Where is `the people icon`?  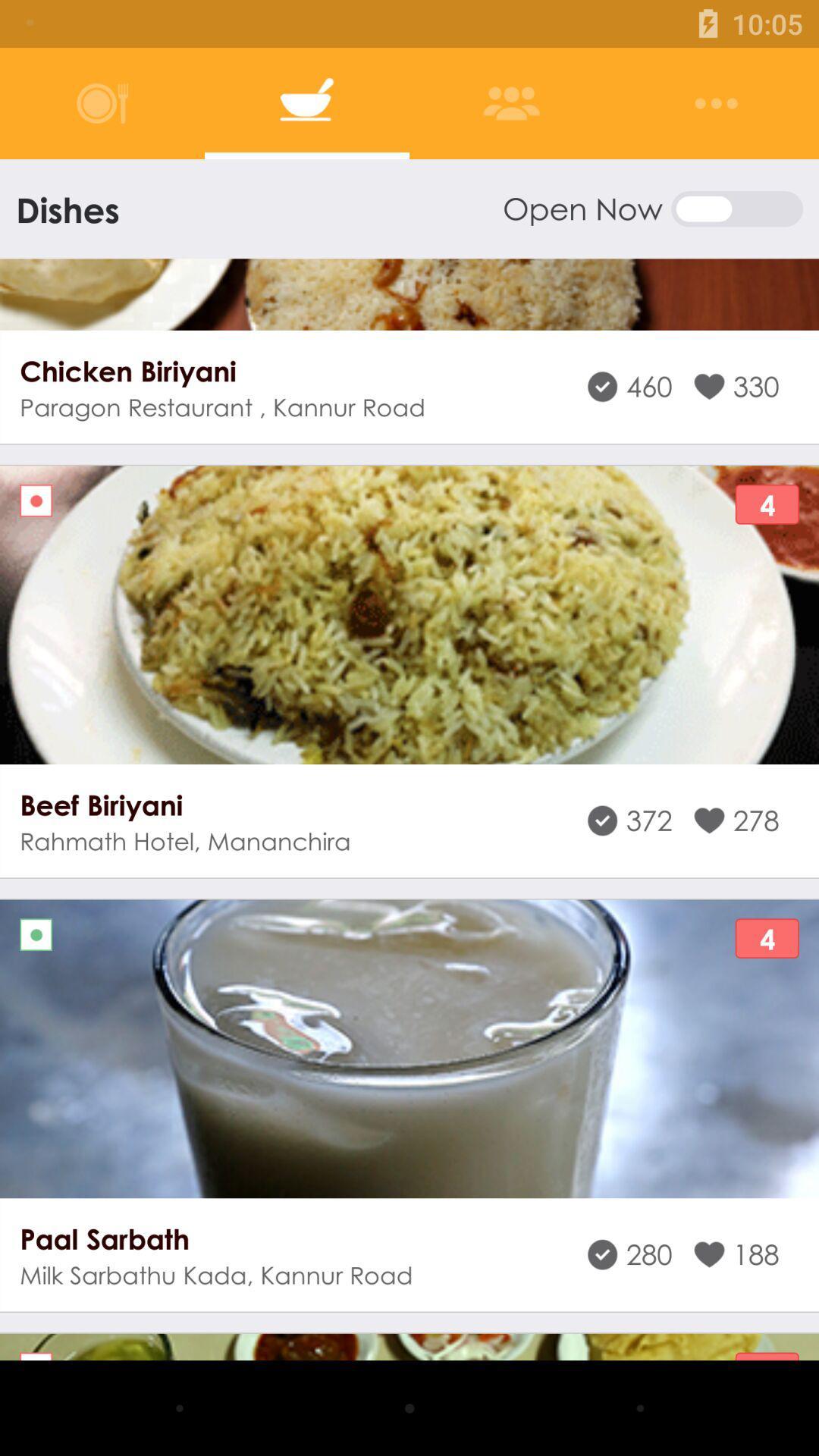 the people icon is located at coordinates (511, 103).